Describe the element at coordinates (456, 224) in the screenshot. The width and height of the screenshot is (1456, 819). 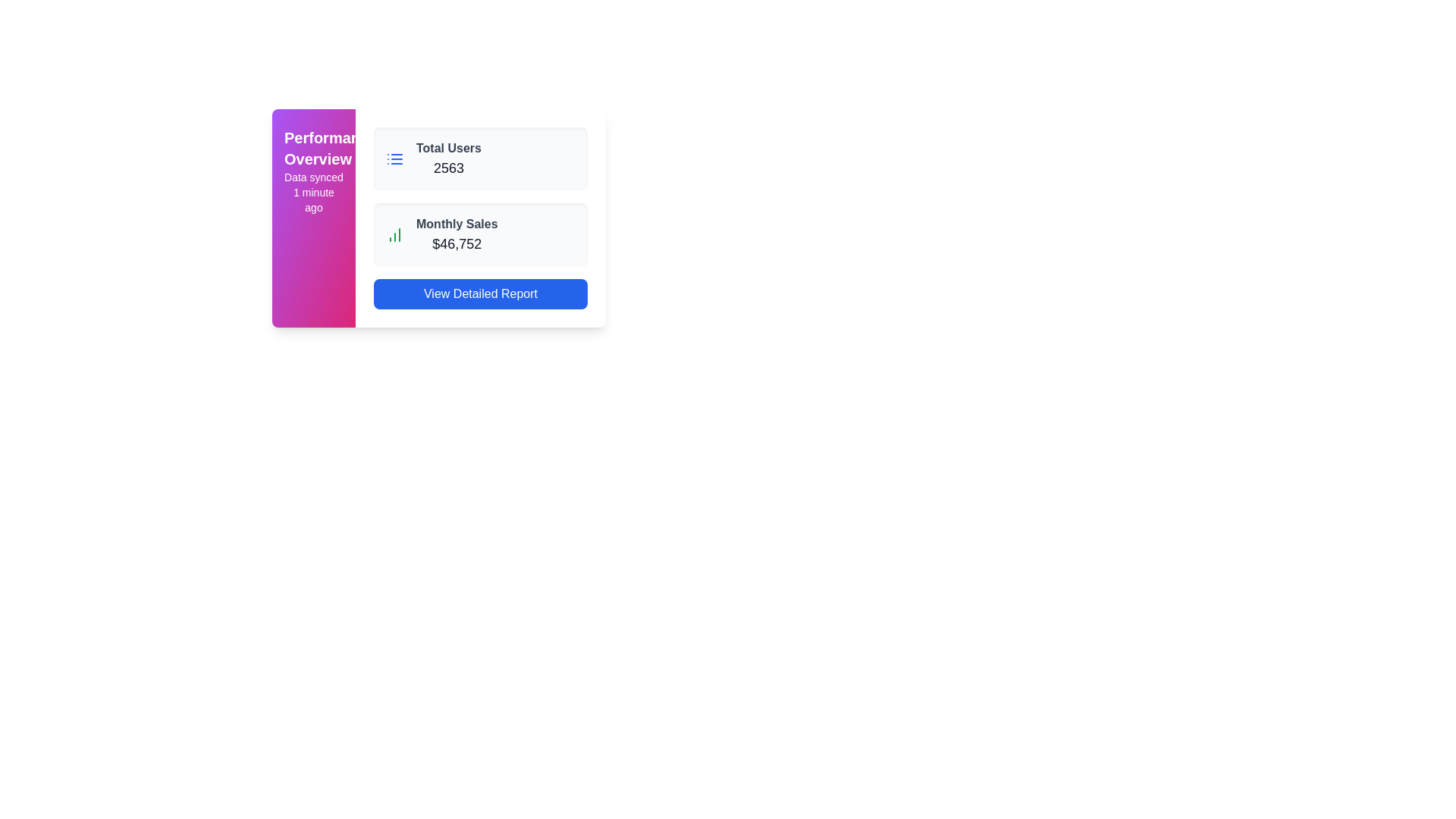
I see `the Text Label indicating the monthly sales data, which is positioned above the value '$46,752' in the sales data section of the dashboard` at that location.